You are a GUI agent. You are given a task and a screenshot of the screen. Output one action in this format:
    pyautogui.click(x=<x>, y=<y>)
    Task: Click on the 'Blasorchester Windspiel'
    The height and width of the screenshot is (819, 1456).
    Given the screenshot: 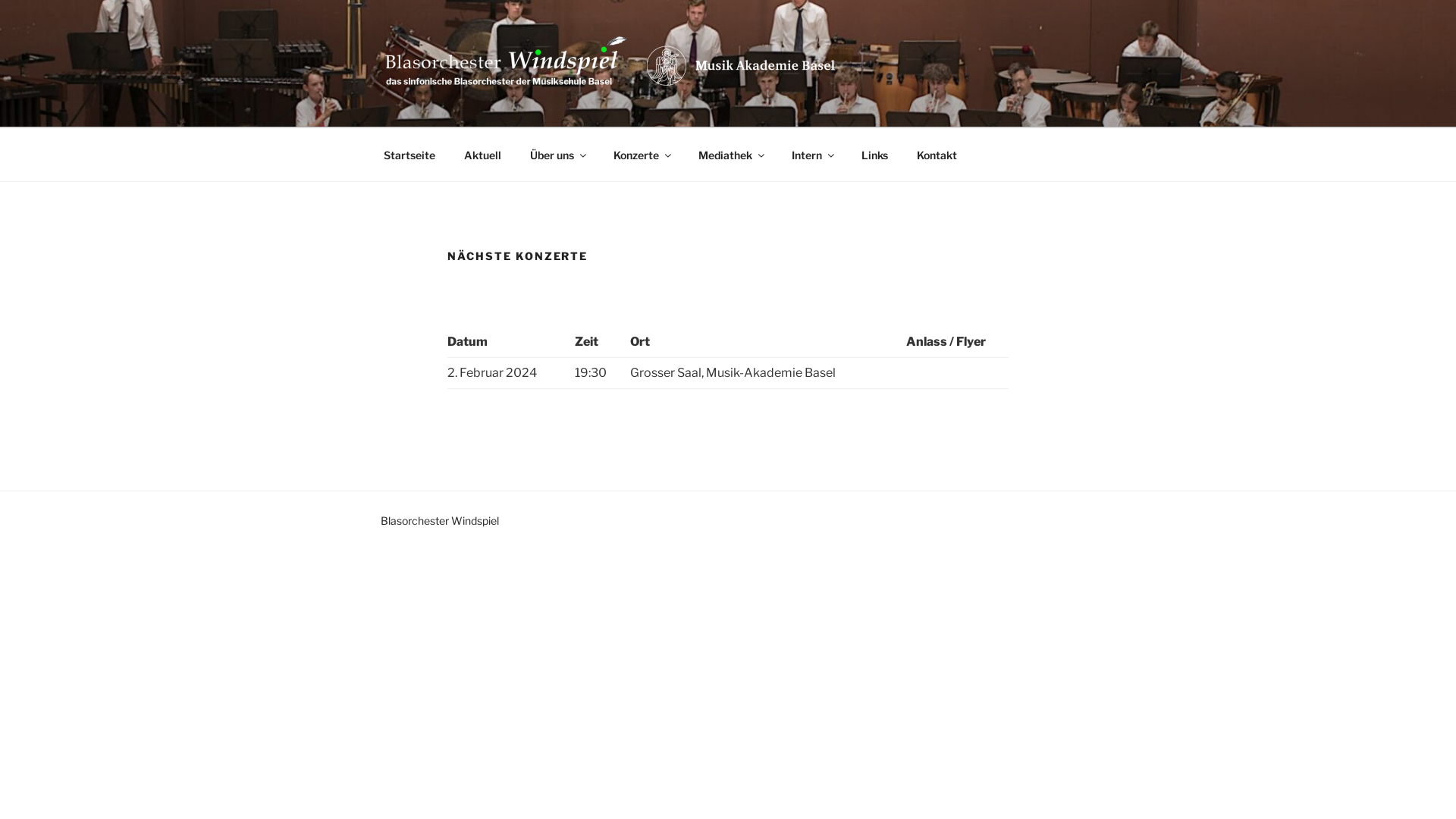 What is the action you would take?
    pyautogui.click(x=439, y=519)
    